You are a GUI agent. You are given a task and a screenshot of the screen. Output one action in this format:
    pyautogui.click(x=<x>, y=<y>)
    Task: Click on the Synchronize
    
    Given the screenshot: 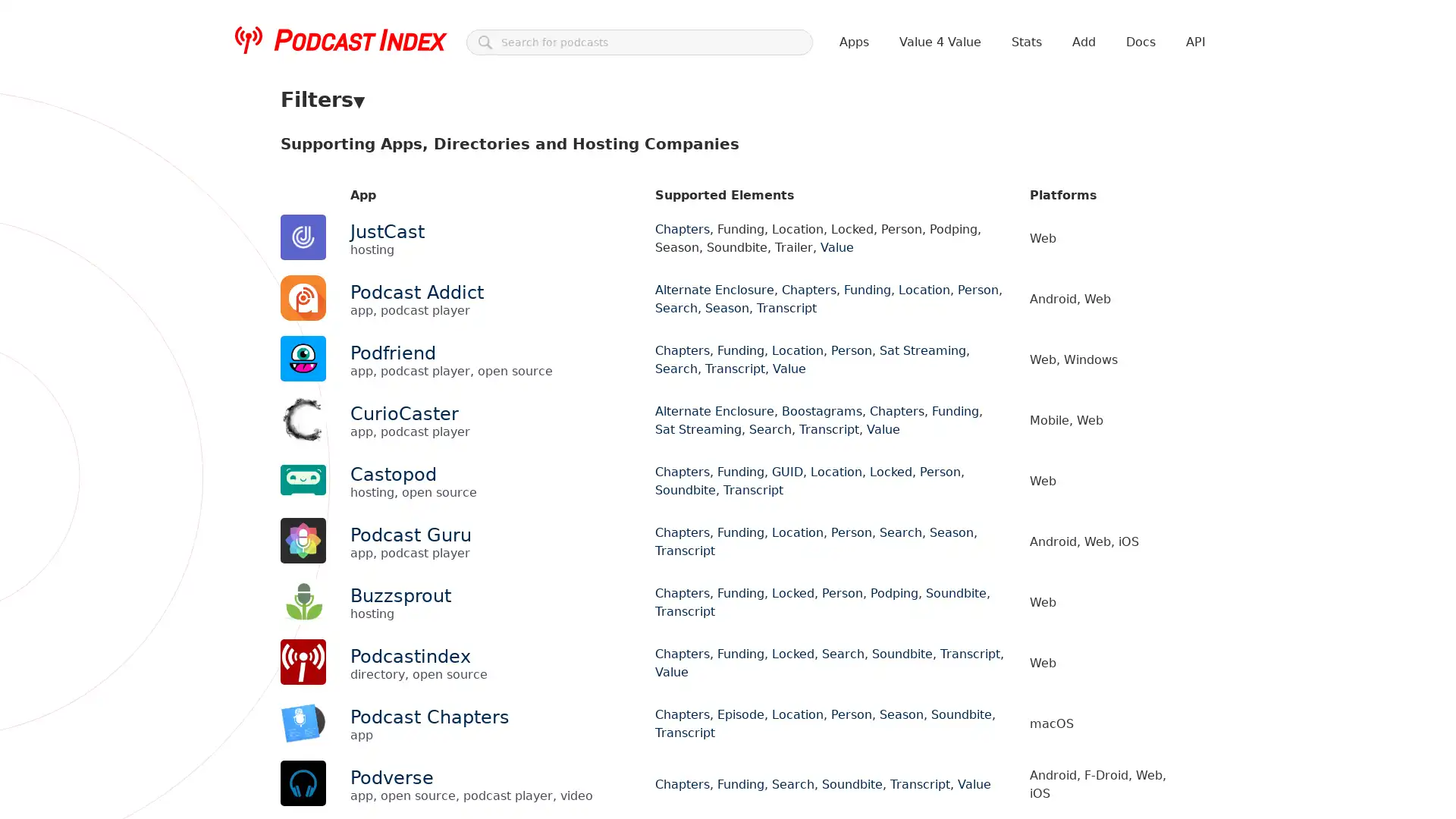 What is the action you would take?
    pyautogui.click(x=567, y=258)
    